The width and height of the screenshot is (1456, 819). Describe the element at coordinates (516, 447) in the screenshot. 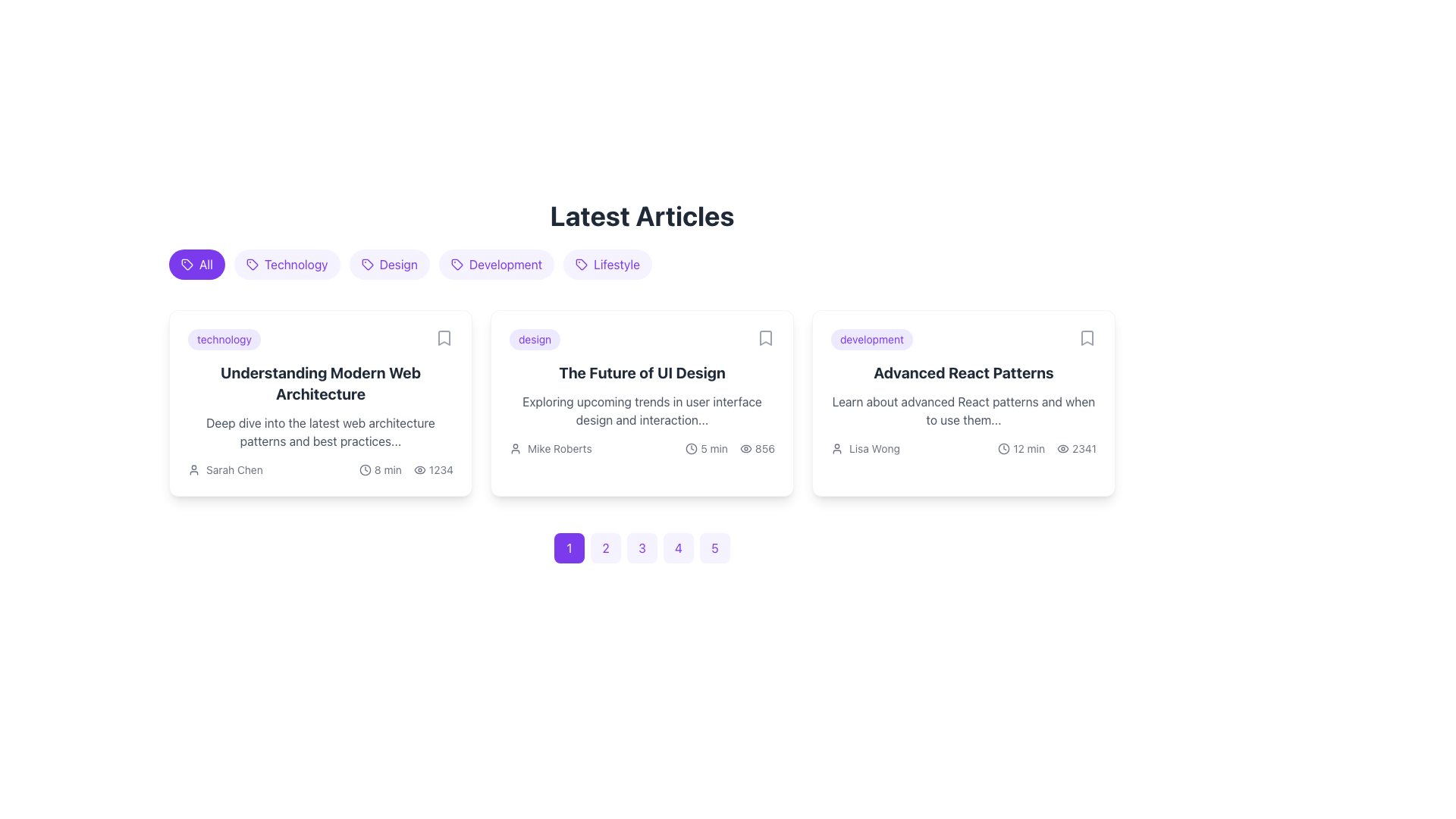

I see `the user icon, which resembles a small person profile and is located to the left of the name label 'Mike Roberts'` at that location.